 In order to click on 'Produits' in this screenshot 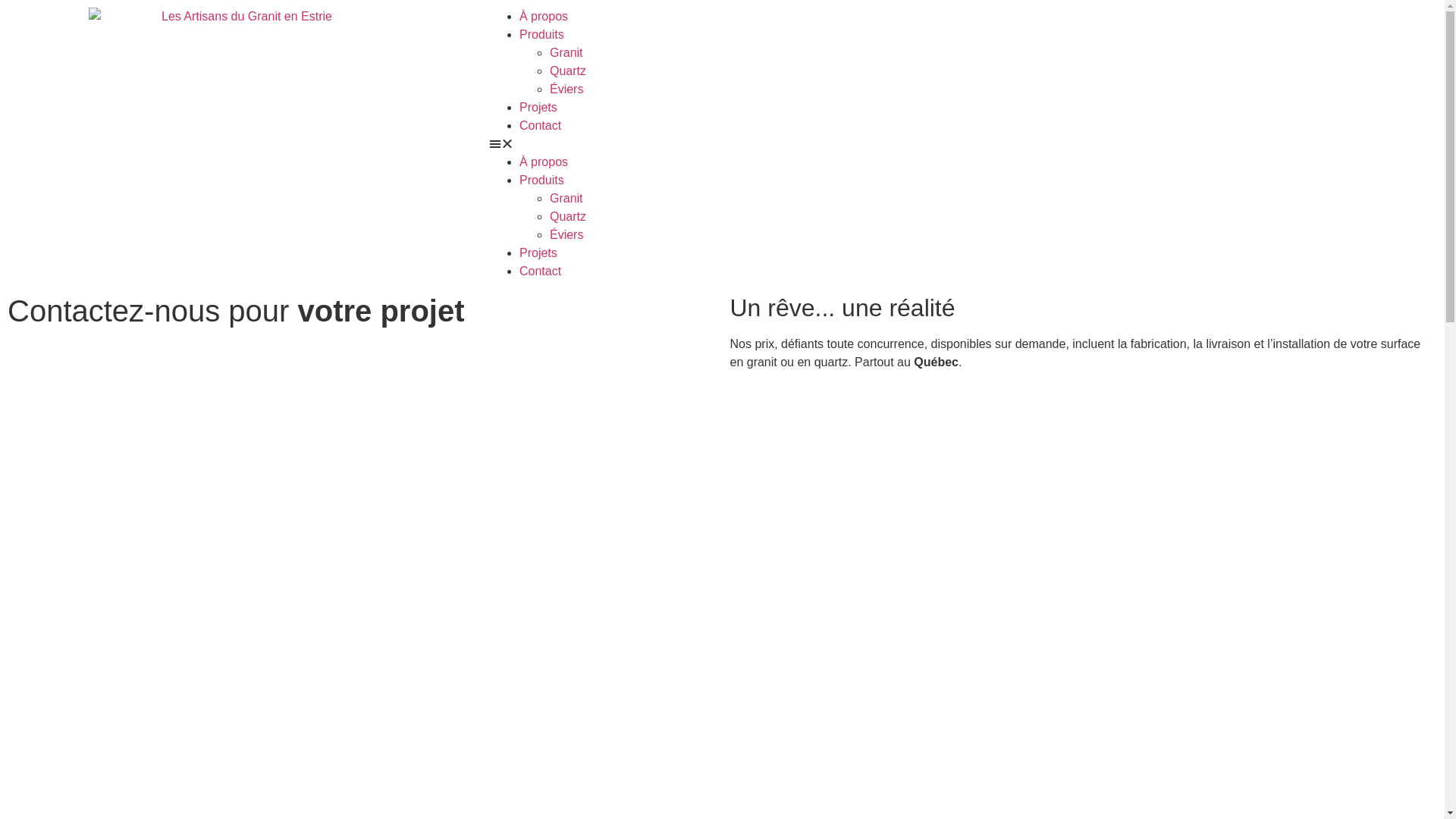, I will do `click(541, 34)`.